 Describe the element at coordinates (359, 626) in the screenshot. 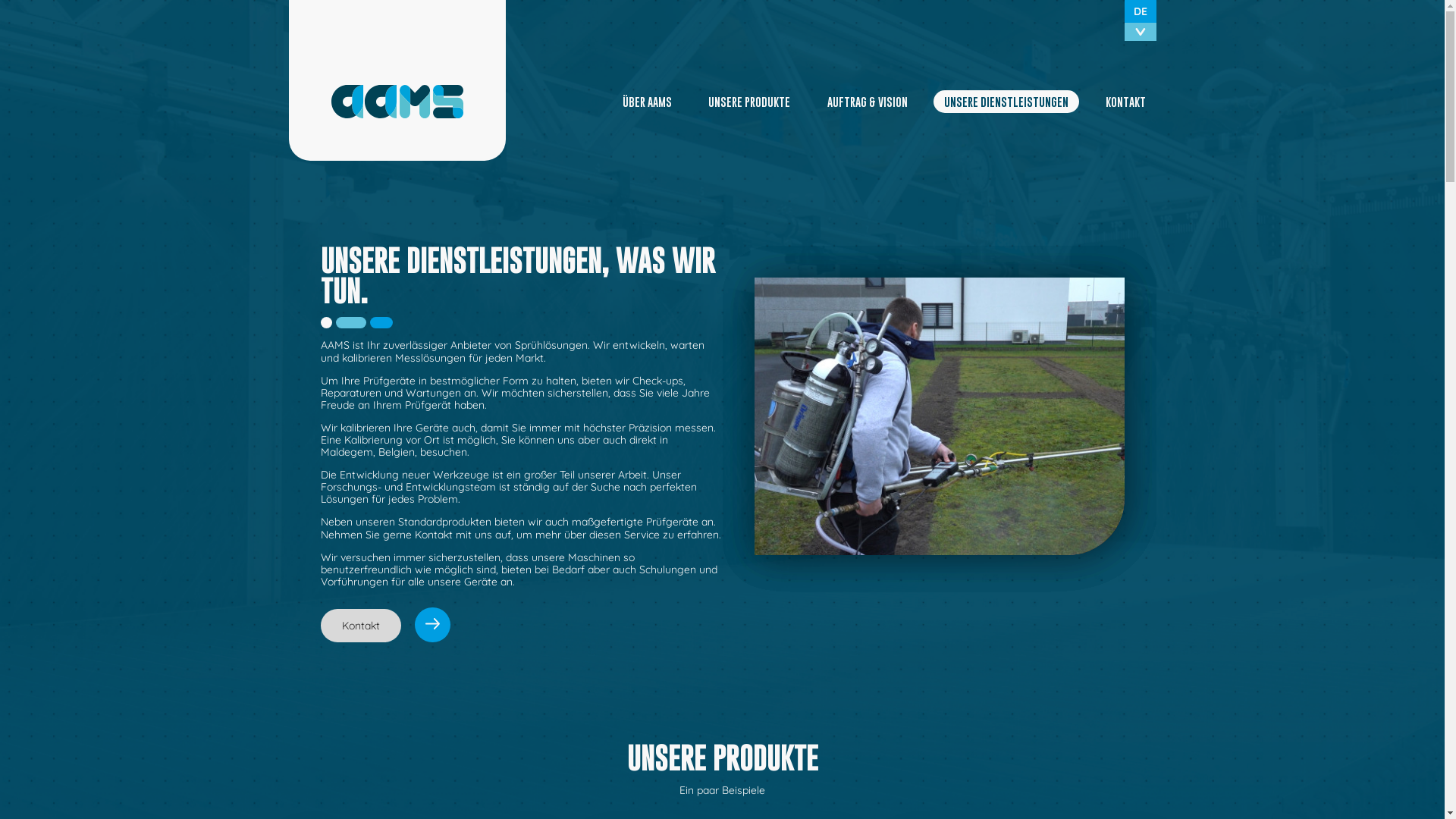

I see `'Kontakt'` at that location.